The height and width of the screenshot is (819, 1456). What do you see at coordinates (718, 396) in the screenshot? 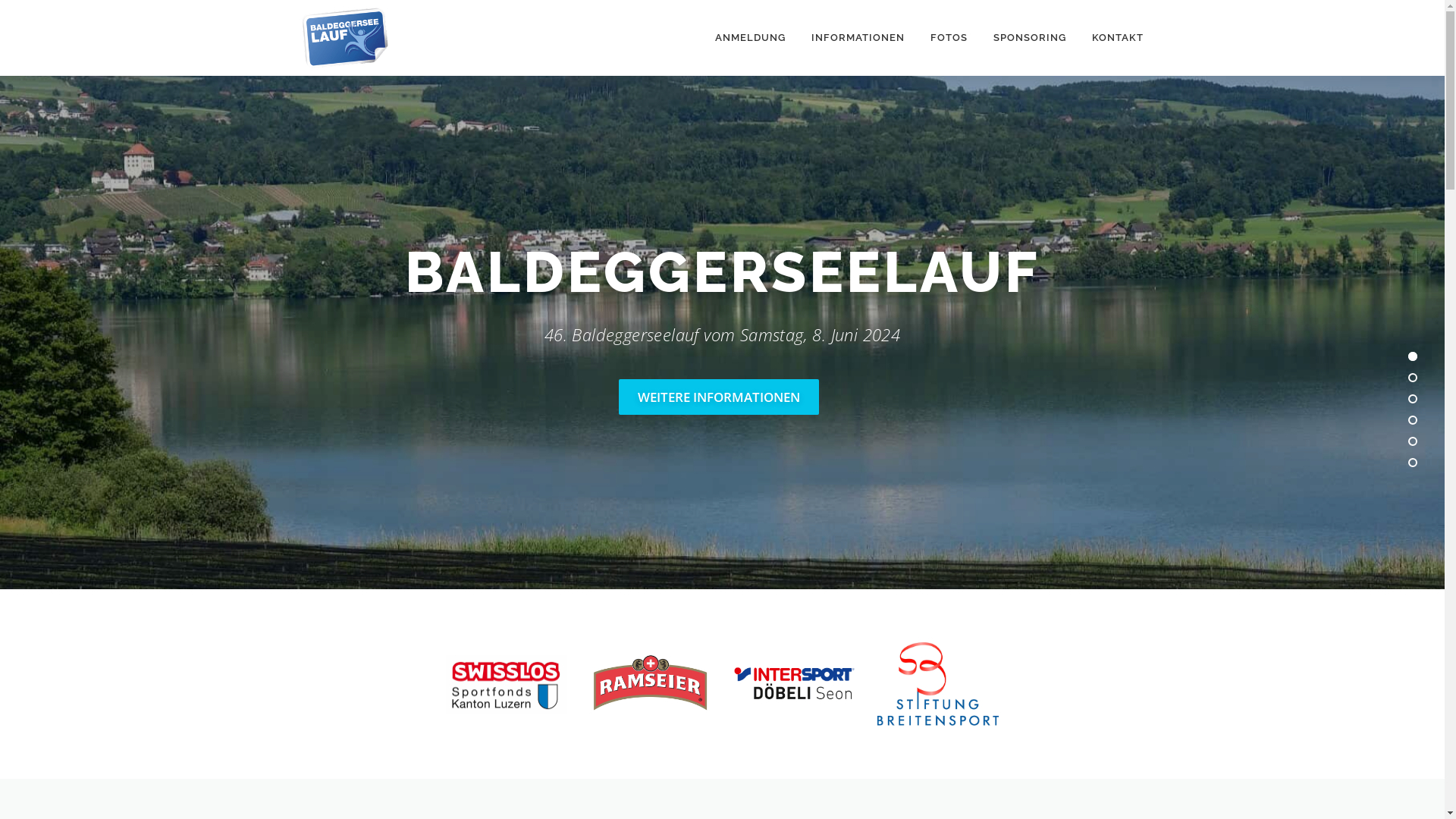
I see `'WEITERE INFORMATIONEN'` at bounding box center [718, 396].